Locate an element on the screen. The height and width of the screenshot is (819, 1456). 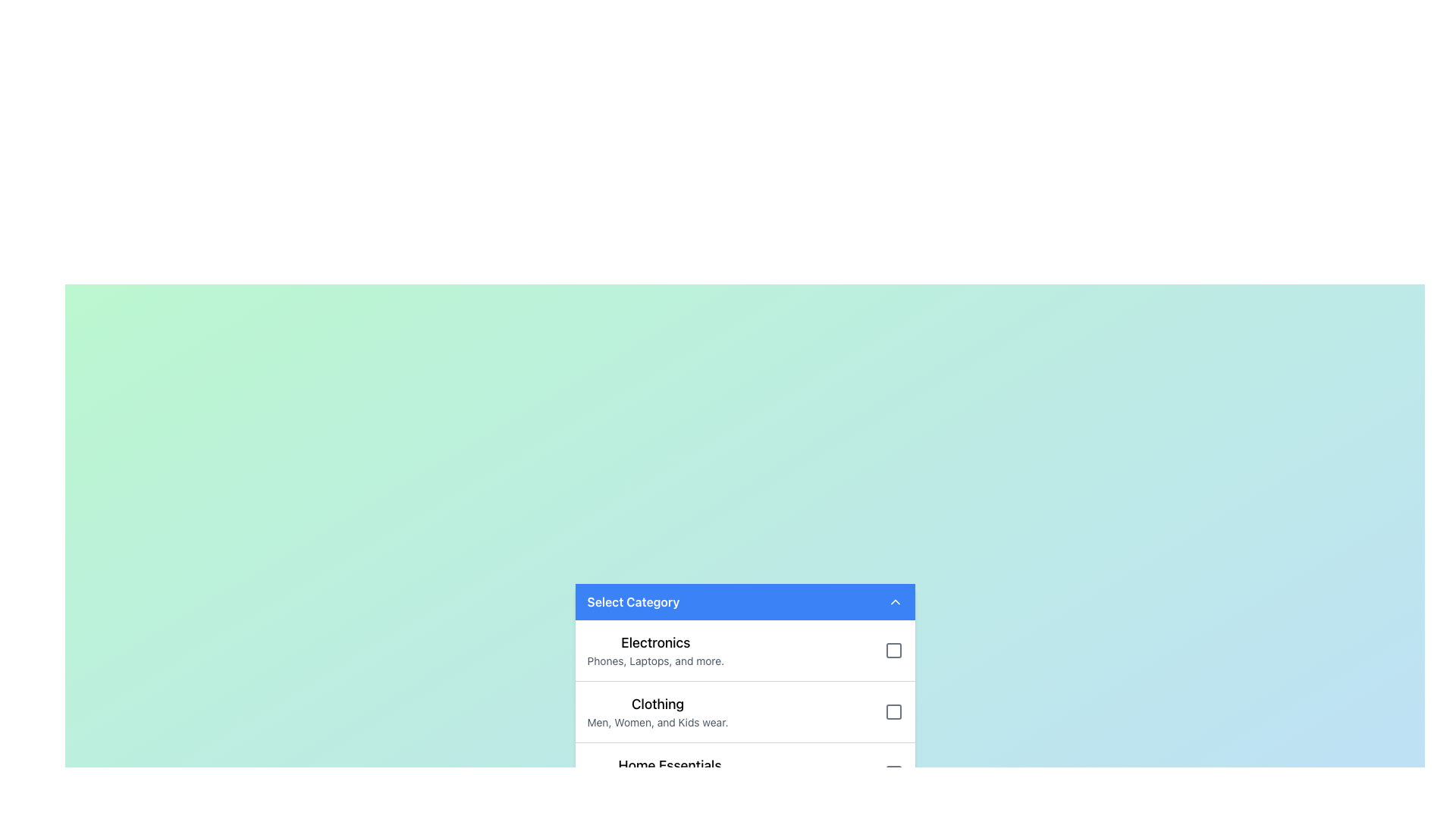
the Chevron icon indicator located to the far right of the blue header bar labeled 'Select Category' is located at coordinates (895, 601).